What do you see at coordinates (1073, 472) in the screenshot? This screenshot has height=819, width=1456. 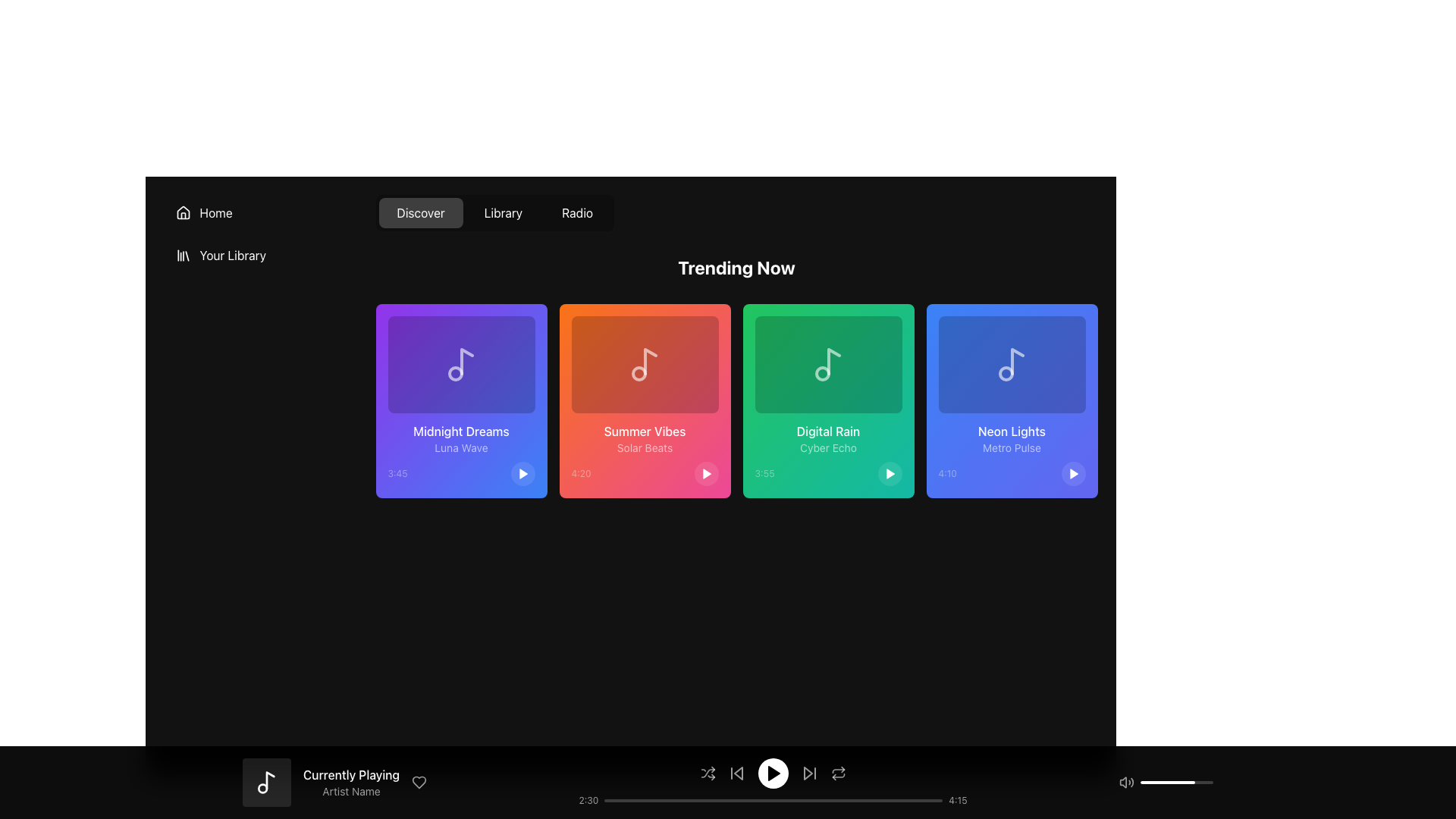 I see `the triangular play button icon located in the bottom-right corner of the 'Neon Lights' track card` at bounding box center [1073, 472].